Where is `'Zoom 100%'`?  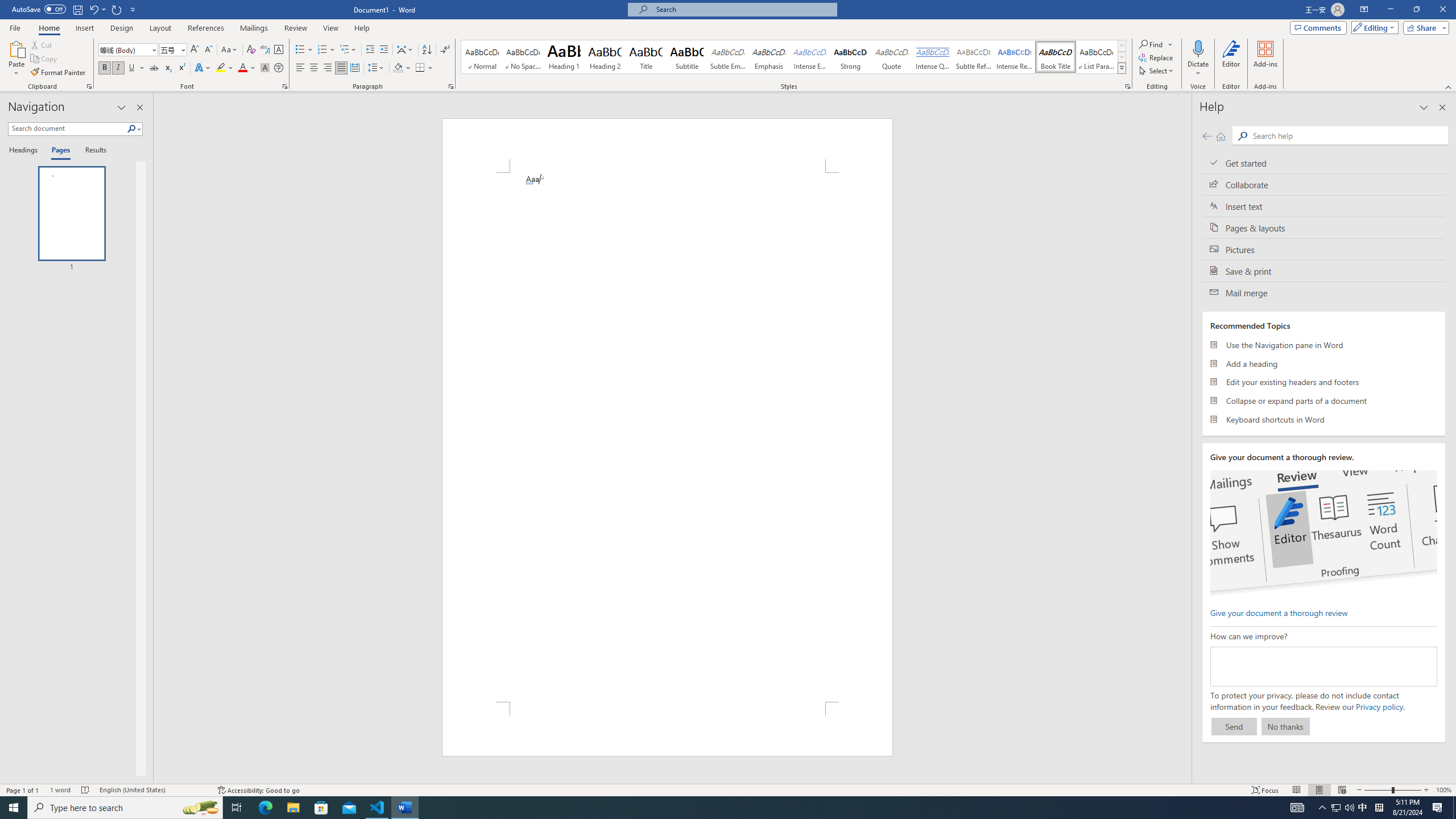 'Zoom 100%' is located at coordinates (1443, 790).